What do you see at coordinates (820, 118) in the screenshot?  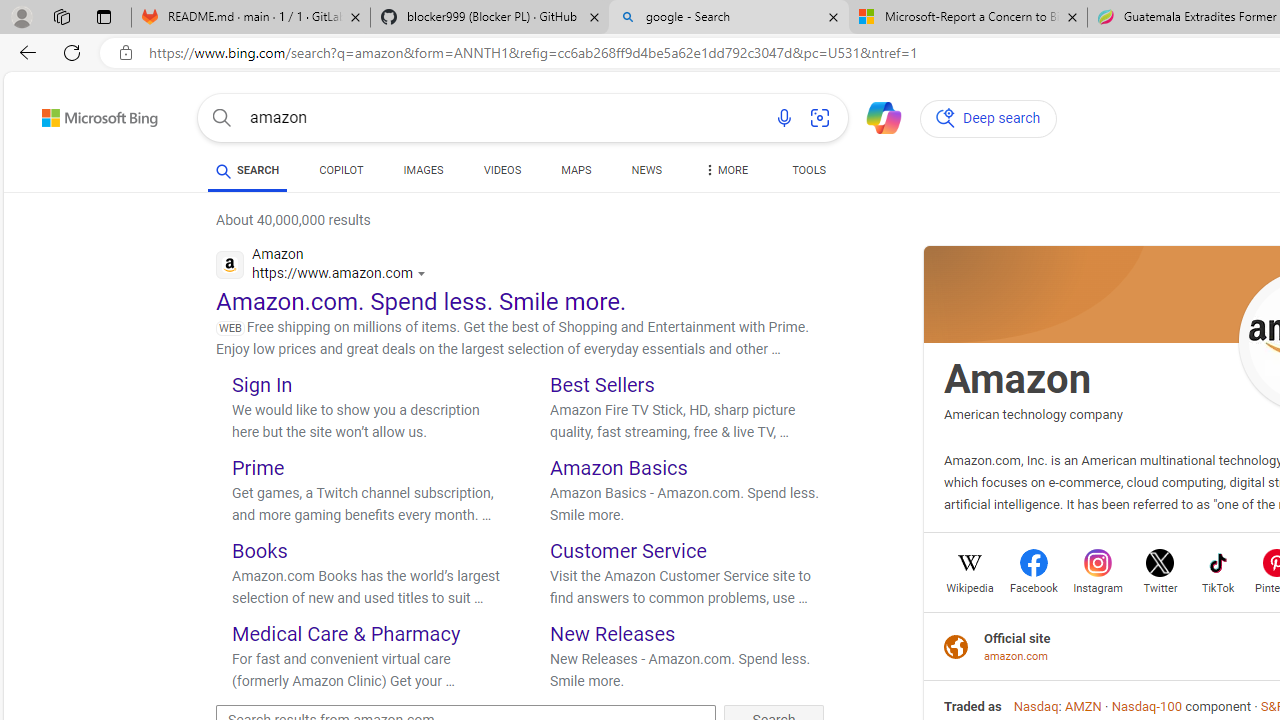 I see `'Search using an image'` at bounding box center [820, 118].